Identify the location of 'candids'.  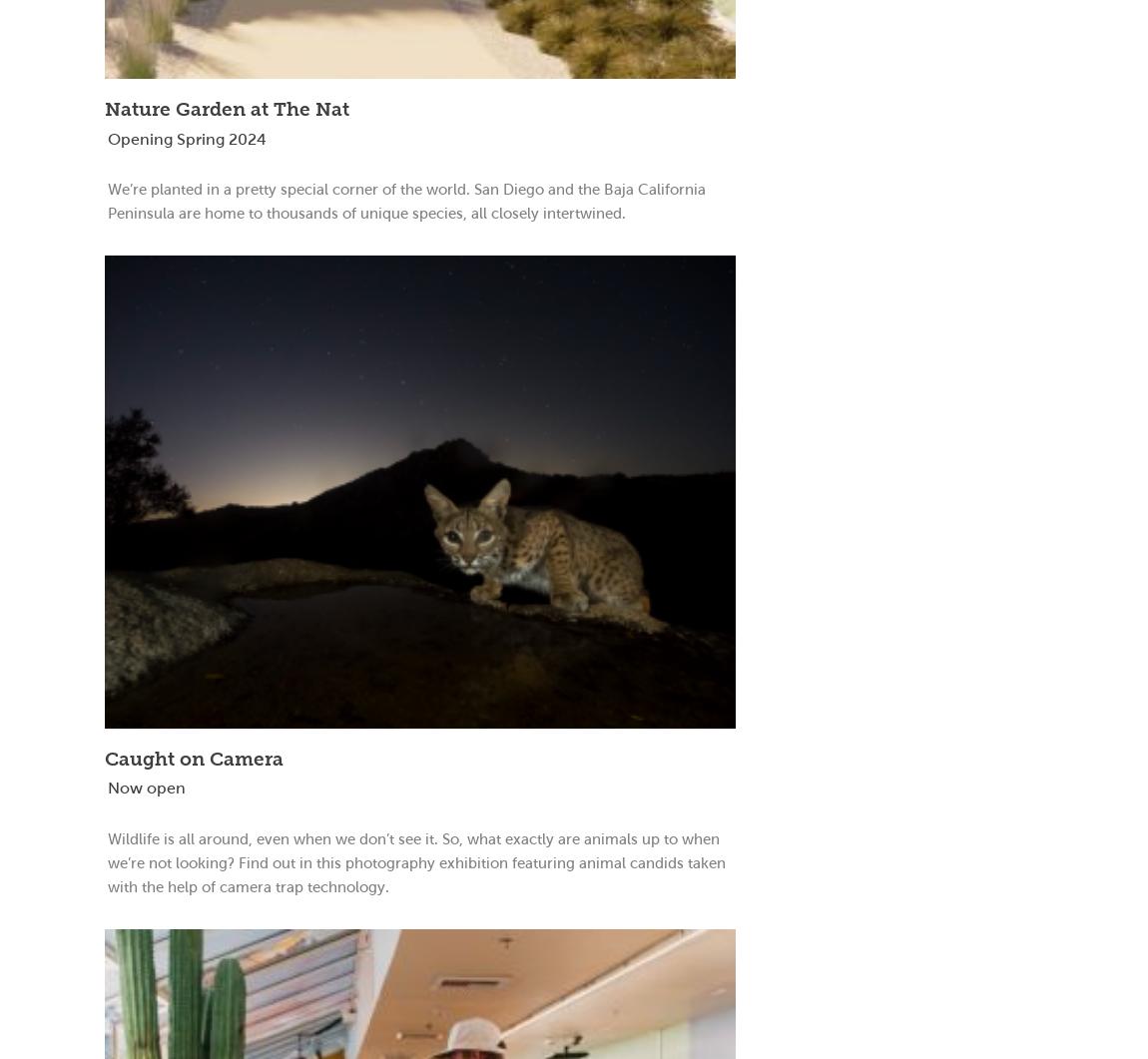
(656, 861).